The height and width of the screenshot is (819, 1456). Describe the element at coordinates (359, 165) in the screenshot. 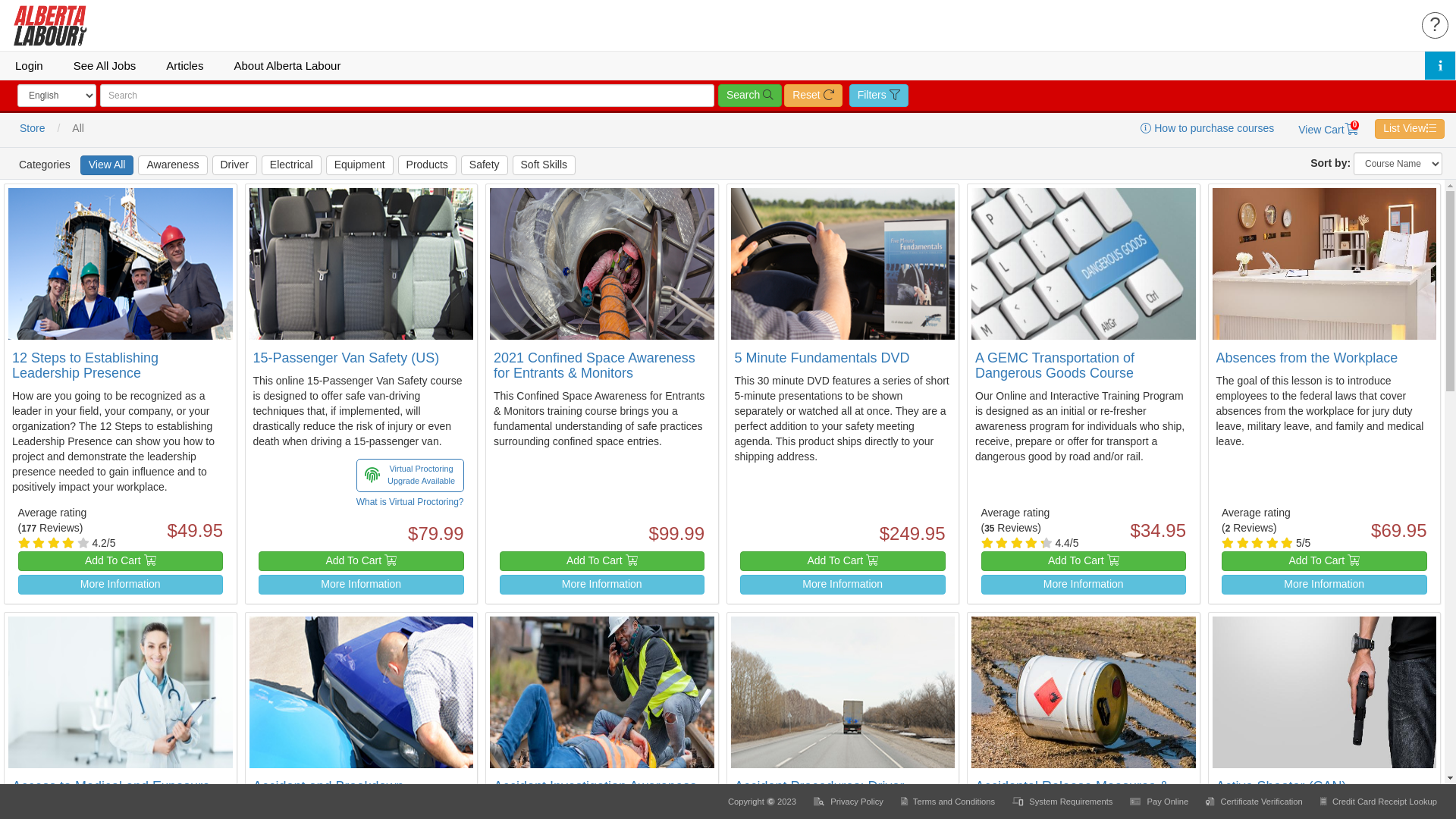

I see `'Equipment'` at that location.